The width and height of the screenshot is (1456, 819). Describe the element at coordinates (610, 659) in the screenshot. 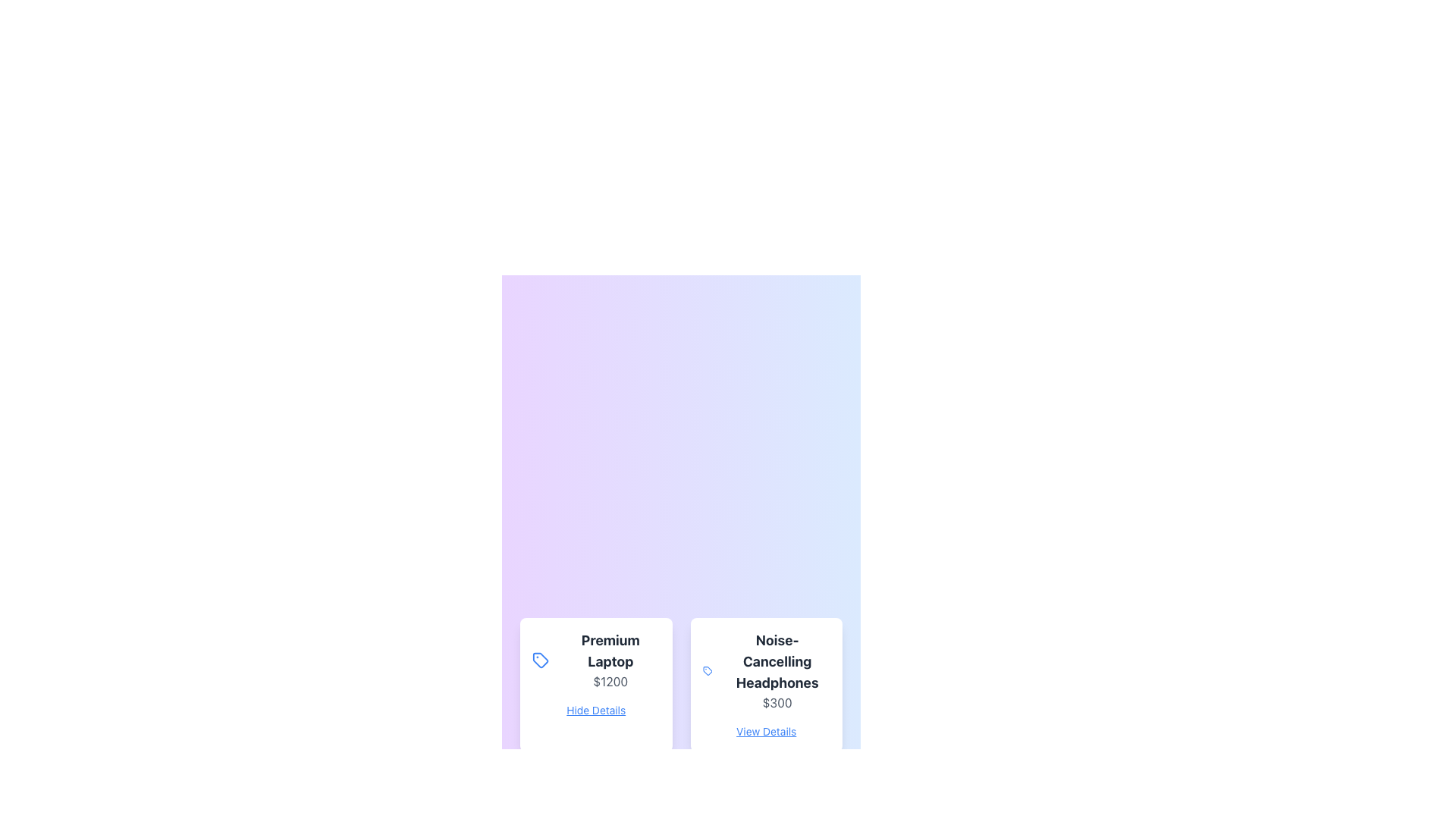

I see `the Text Display element that shows the name and price of a product within the leftmost card in a horizontal series` at that location.